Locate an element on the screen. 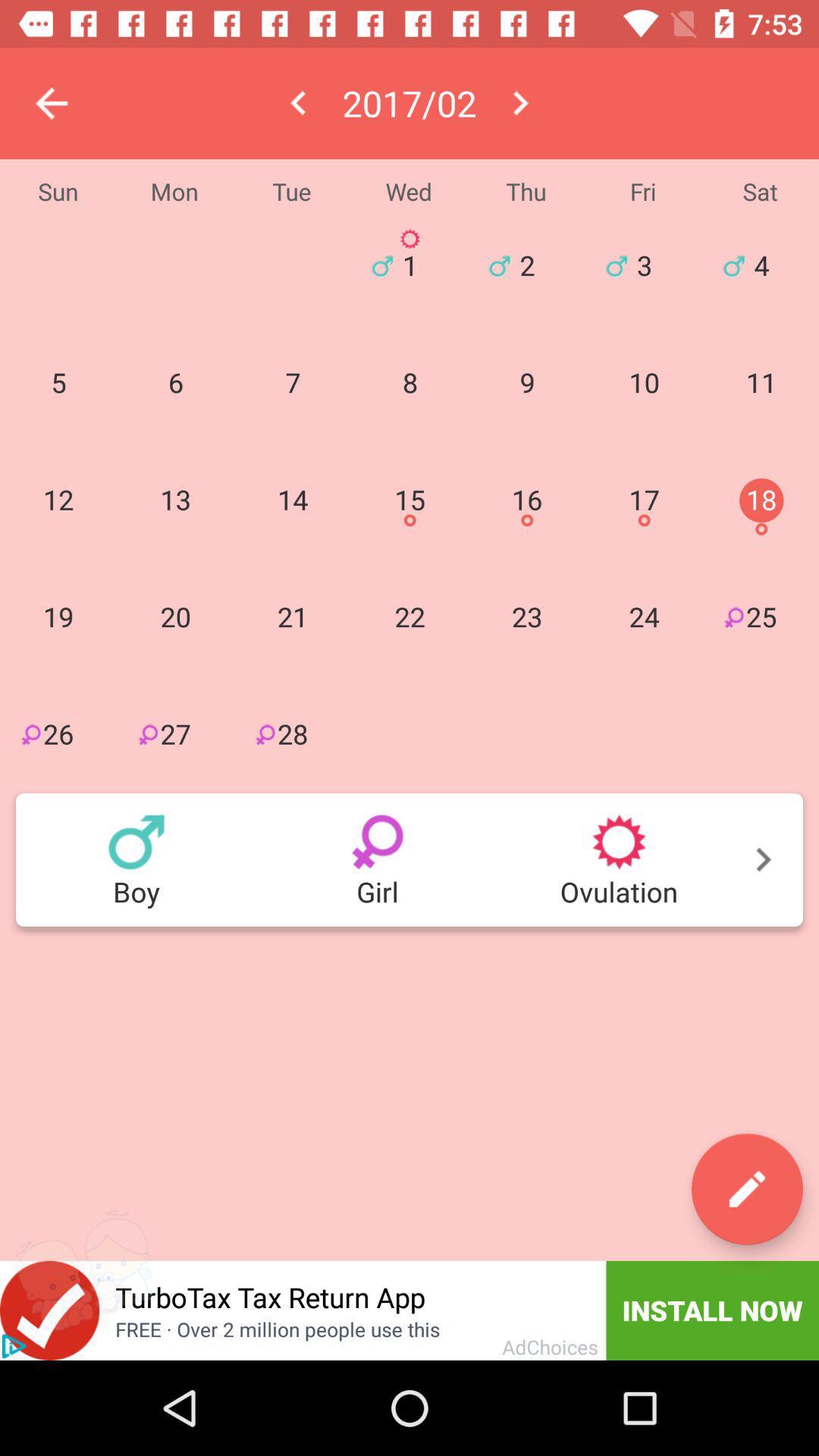 The height and width of the screenshot is (1456, 819). the play icon is located at coordinates (14, 1346).